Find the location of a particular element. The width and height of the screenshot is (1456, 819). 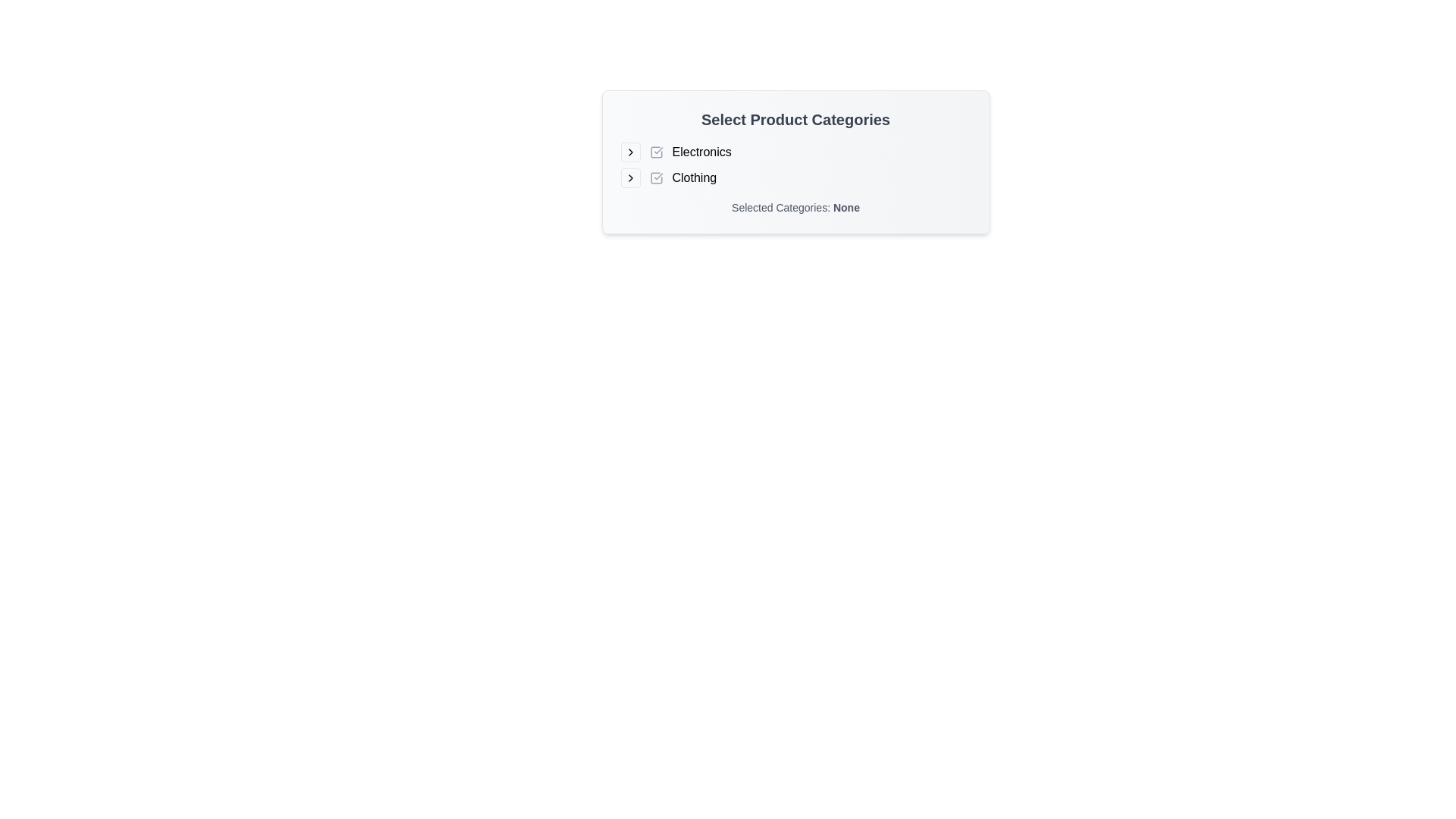

the hollow square-shaped checkbox icon in the user interface next to the label 'Clothing' is located at coordinates (656, 177).